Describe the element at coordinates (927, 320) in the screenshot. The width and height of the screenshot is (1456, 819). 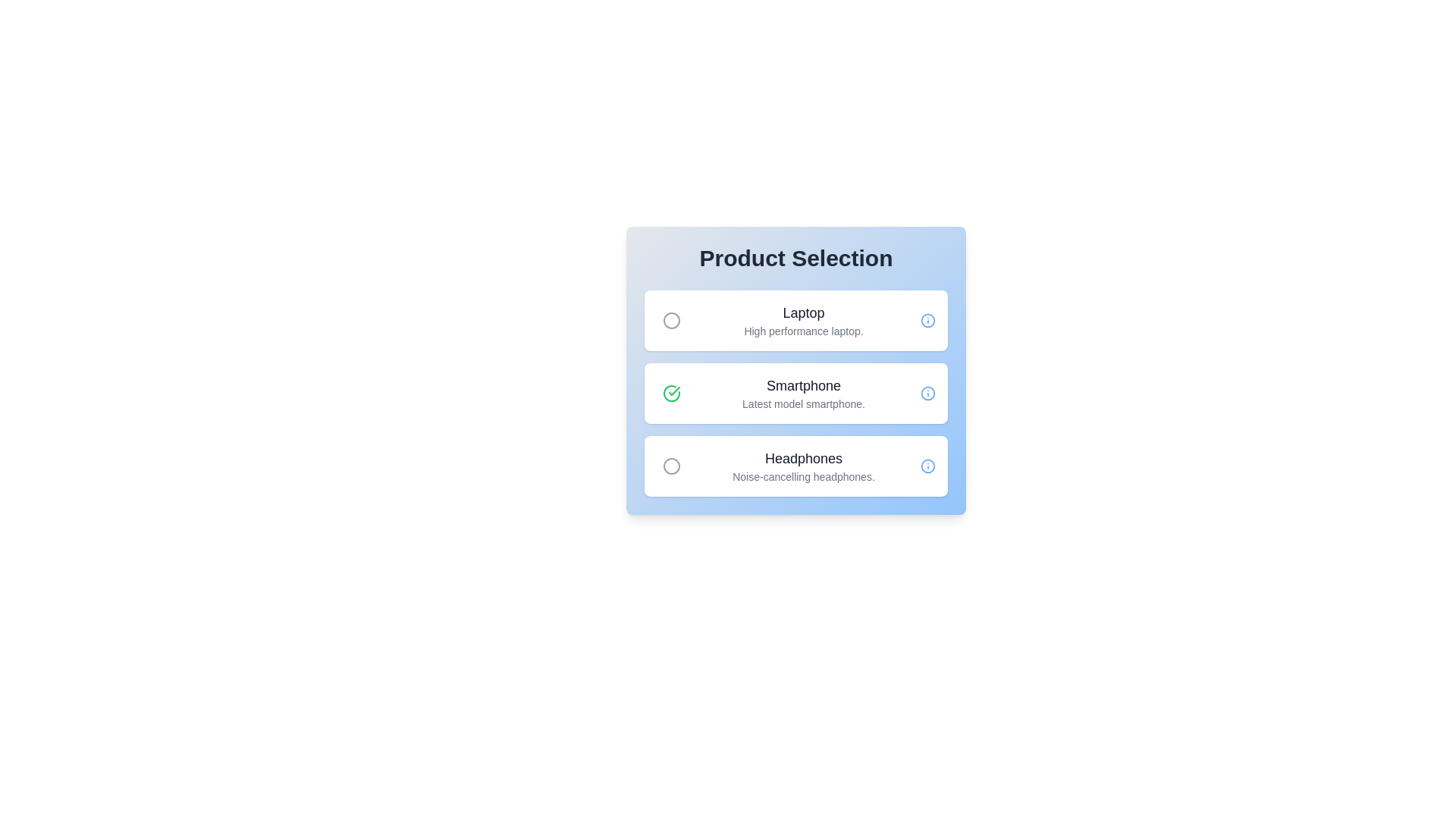
I see `the 'info' icon to view details of the product Laptop` at that location.